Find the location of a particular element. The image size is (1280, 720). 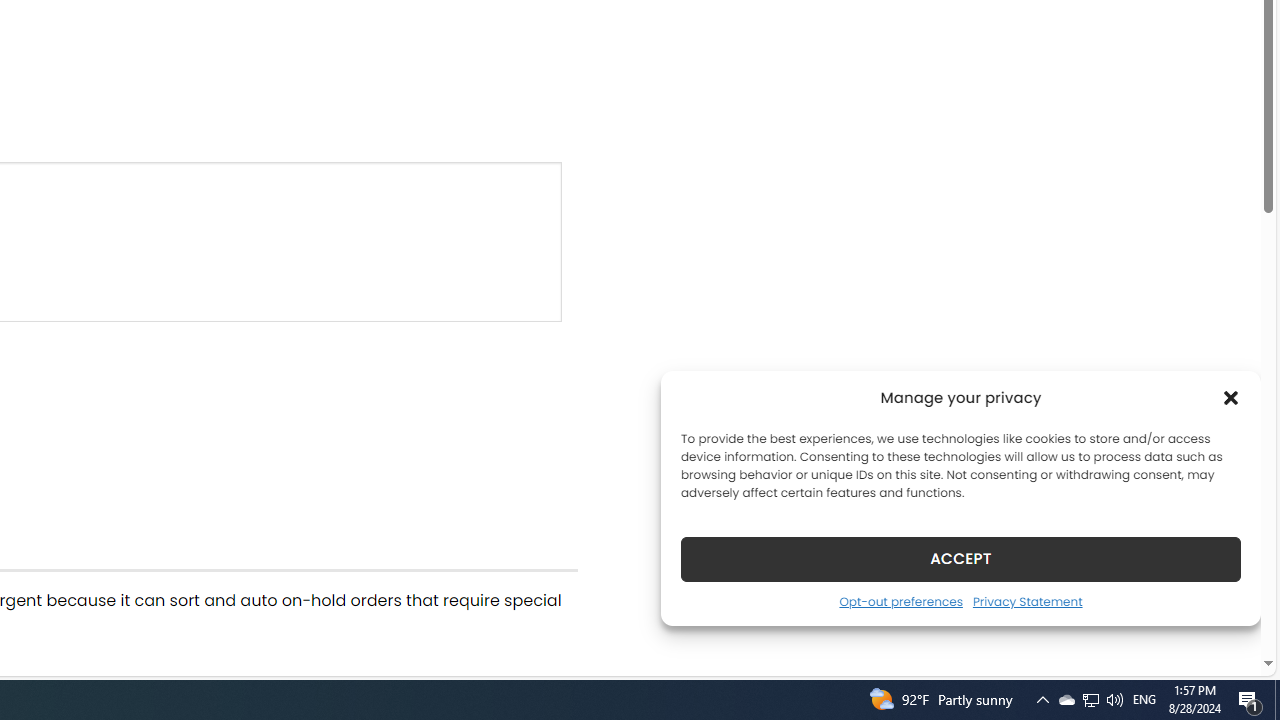

'Privacy Statement' is located at coordinates (1027, 600).